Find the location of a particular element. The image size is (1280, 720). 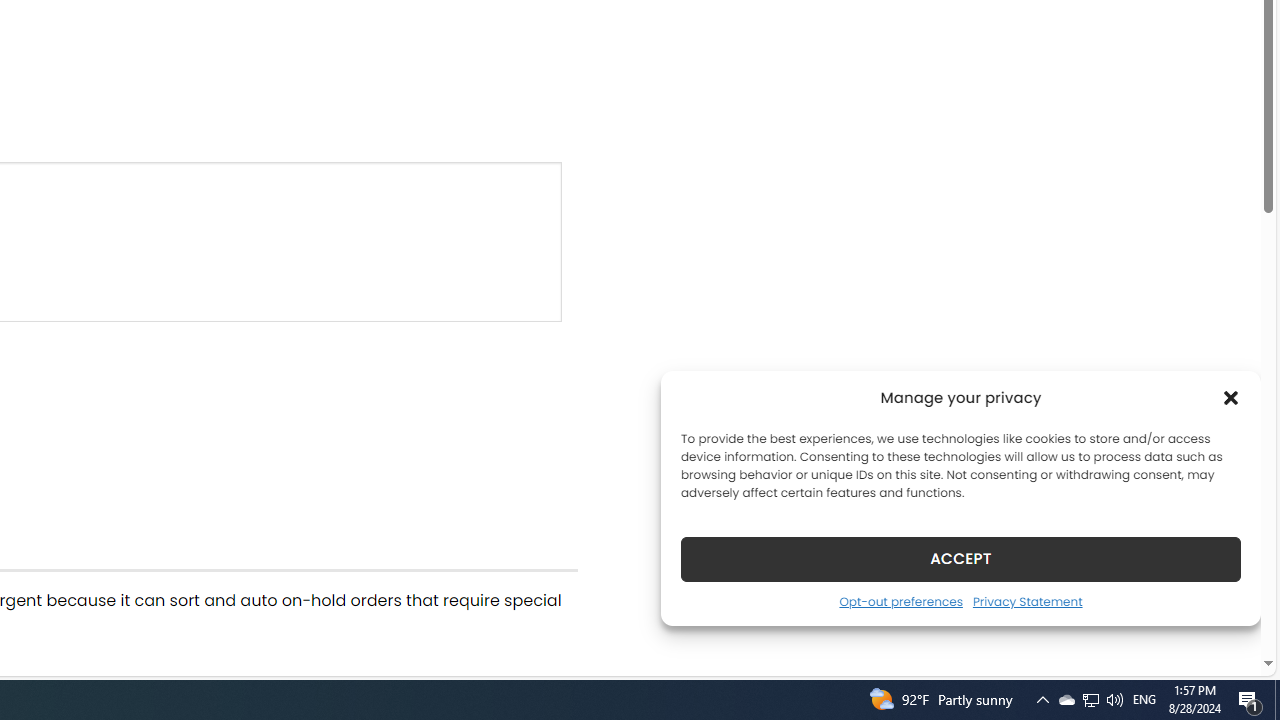

'Privacy Statement' is located at coordinates (1027, 600).